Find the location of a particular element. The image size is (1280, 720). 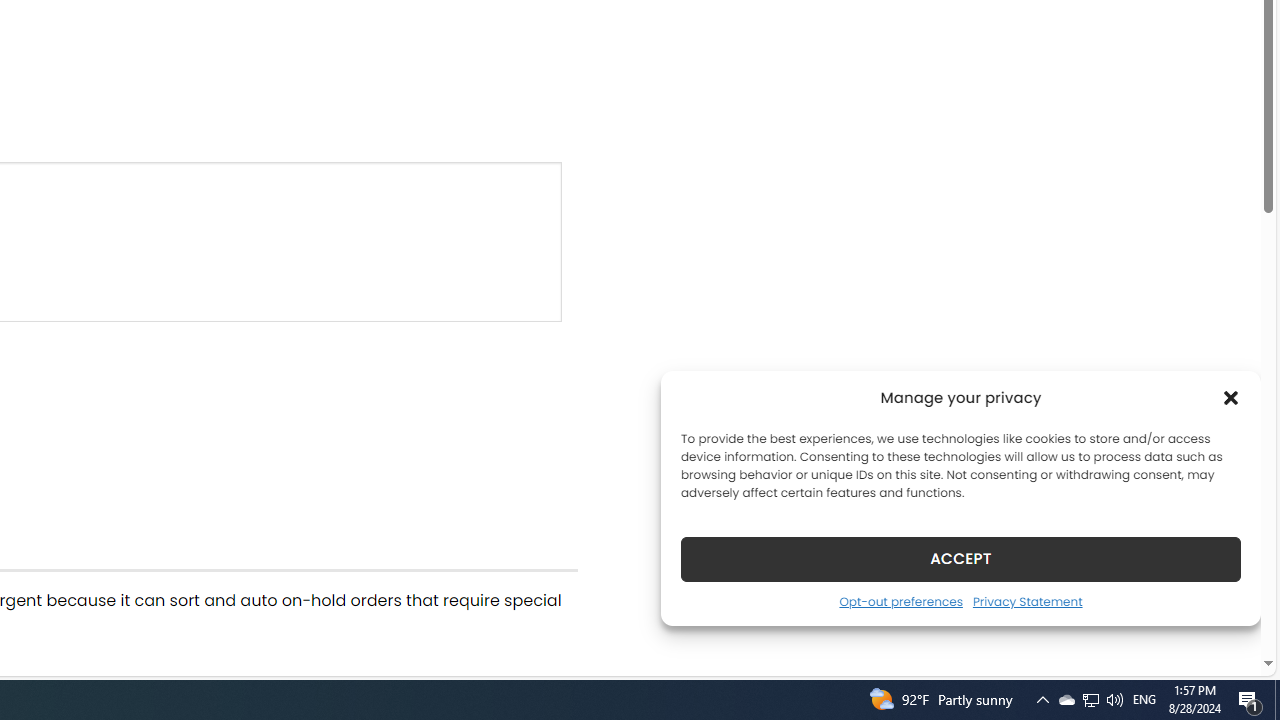

'Privacy Statement' is located at coordinates (1027, 600).